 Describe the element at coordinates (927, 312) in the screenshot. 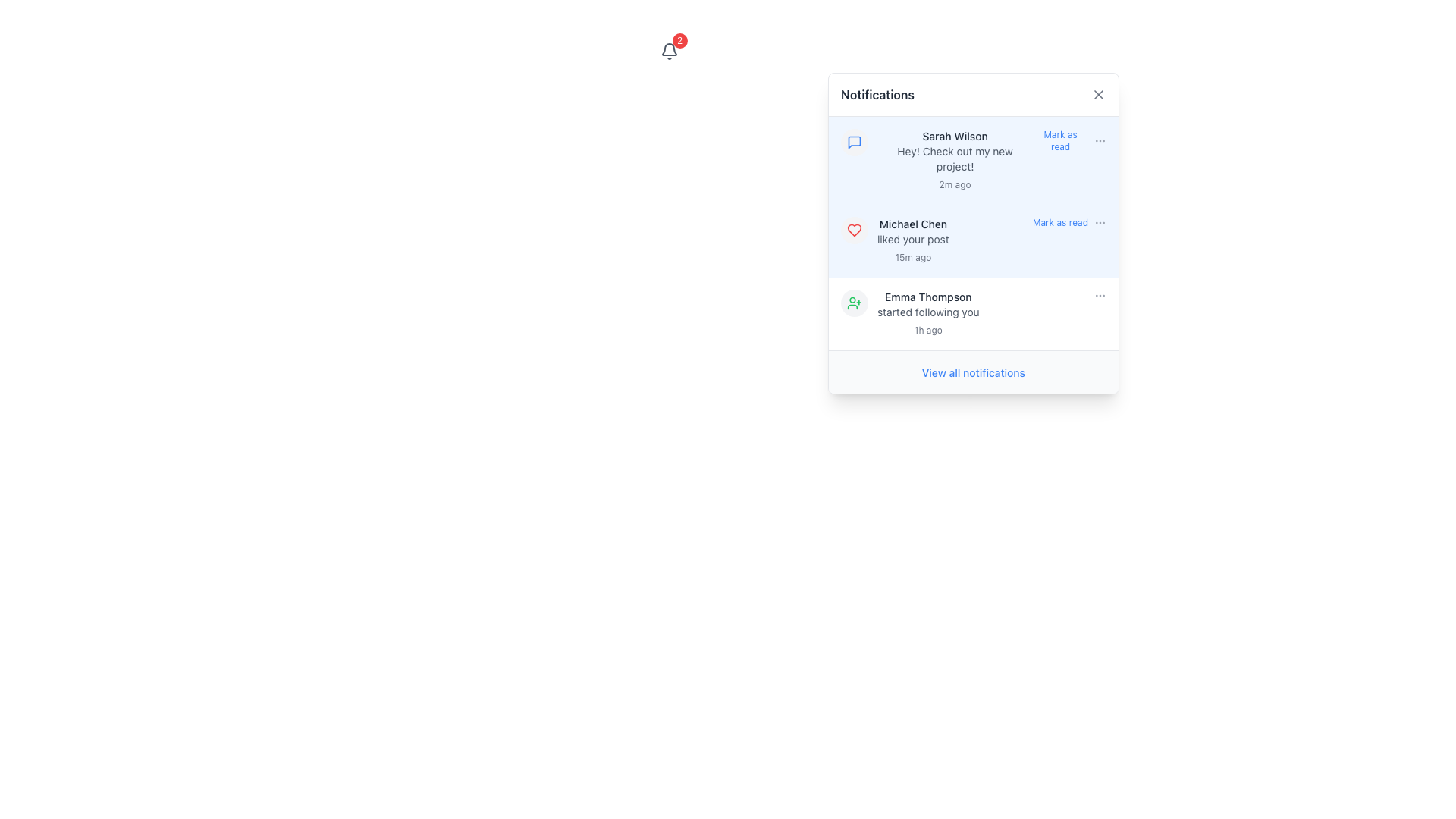

I see `the text label notifying that 'Emma Thompson' has recently started following the user` at that location.